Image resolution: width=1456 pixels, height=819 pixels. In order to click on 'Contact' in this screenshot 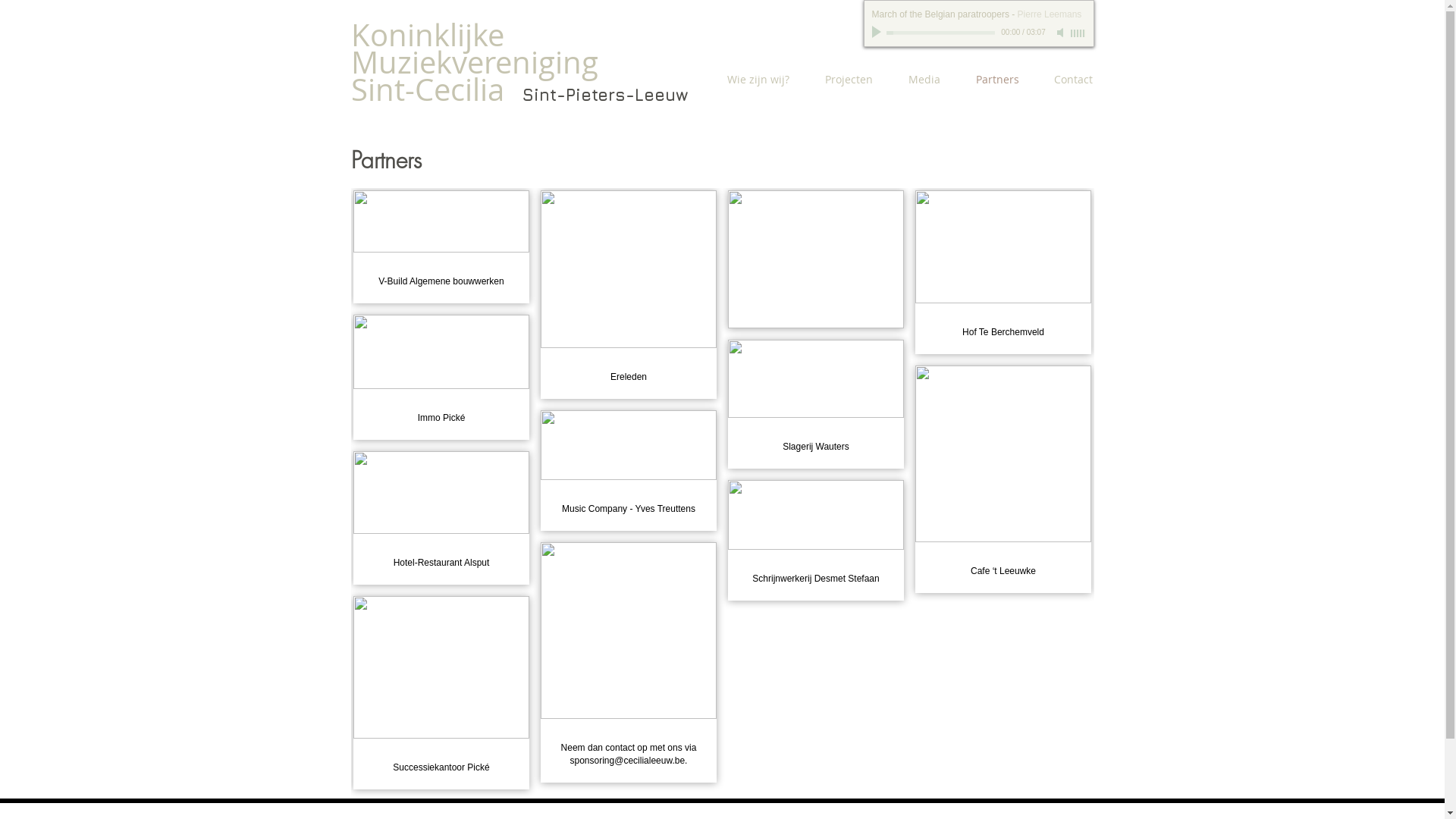, I will do `click(1030, 79)`.